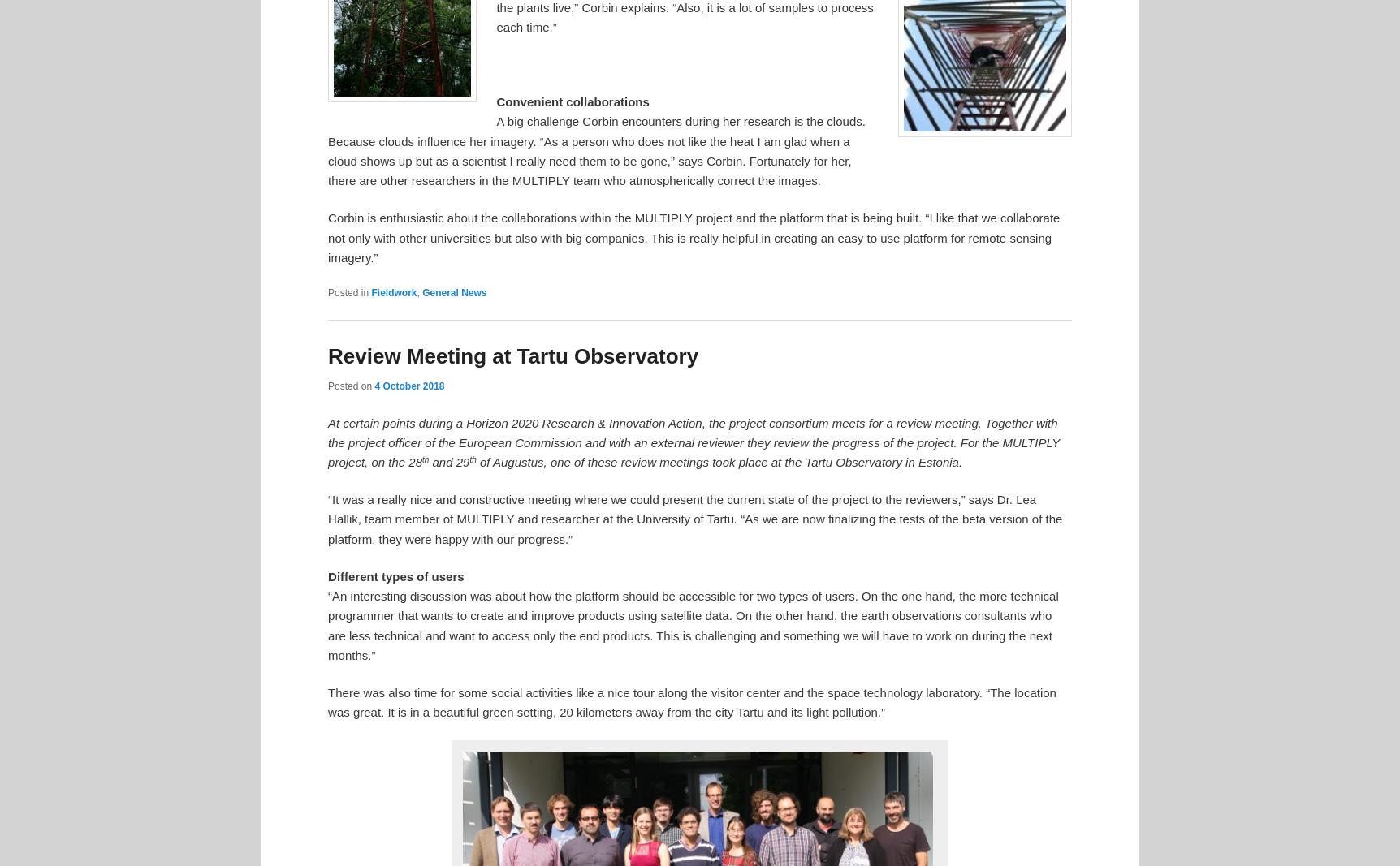  Describe the element at coordinates (693, 237) in the screenshot. I see `'Corbin is enthusiastic about the collaborations within the MULTIPLY project and the platform that is being built. “I like that we collaborate not only with other universities but also with big companies. This is really helpful in creating an easy to use platform for remote sensing imagery.”'` at that location.